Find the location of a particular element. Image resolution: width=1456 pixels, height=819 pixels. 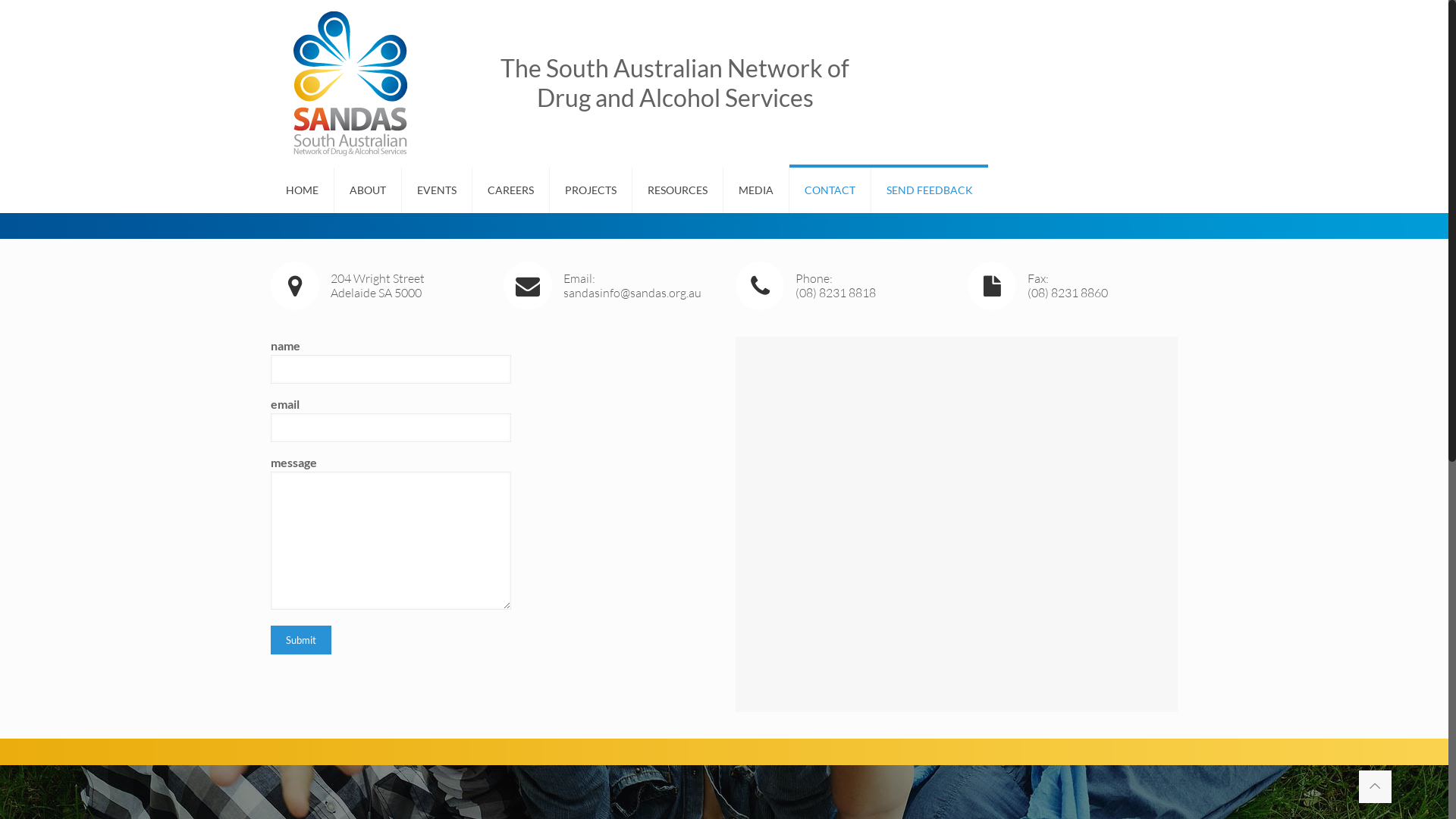

'PROJECTS' is located at coordinates (590, 189).